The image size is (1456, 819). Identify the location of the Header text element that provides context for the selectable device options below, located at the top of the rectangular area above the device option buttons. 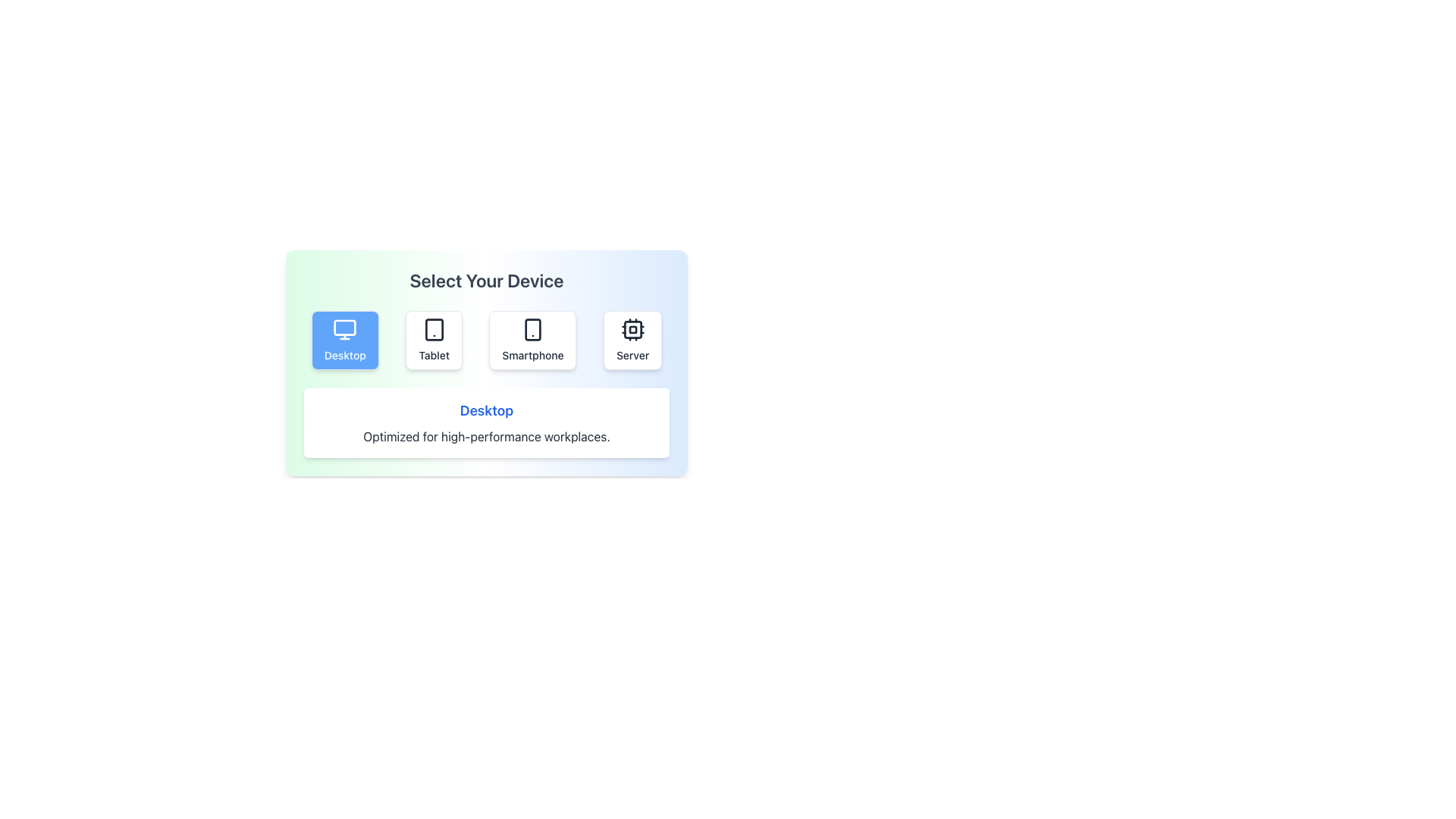
(487, 281).